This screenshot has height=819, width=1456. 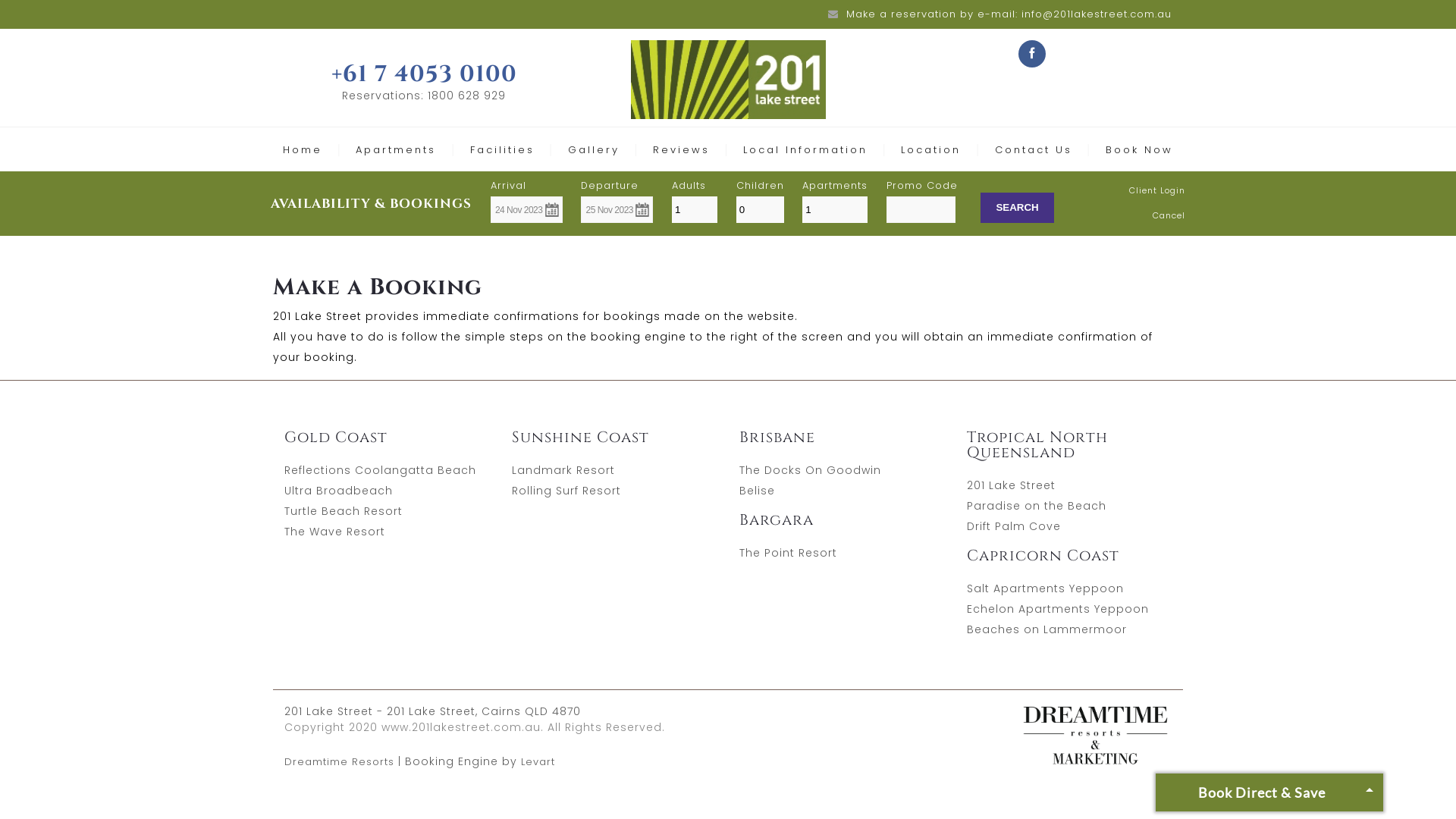 What do you see at coordinates (512, 469) in the screenshot?
I see `'Landmark Resort'` at bounding box center [512, 469].